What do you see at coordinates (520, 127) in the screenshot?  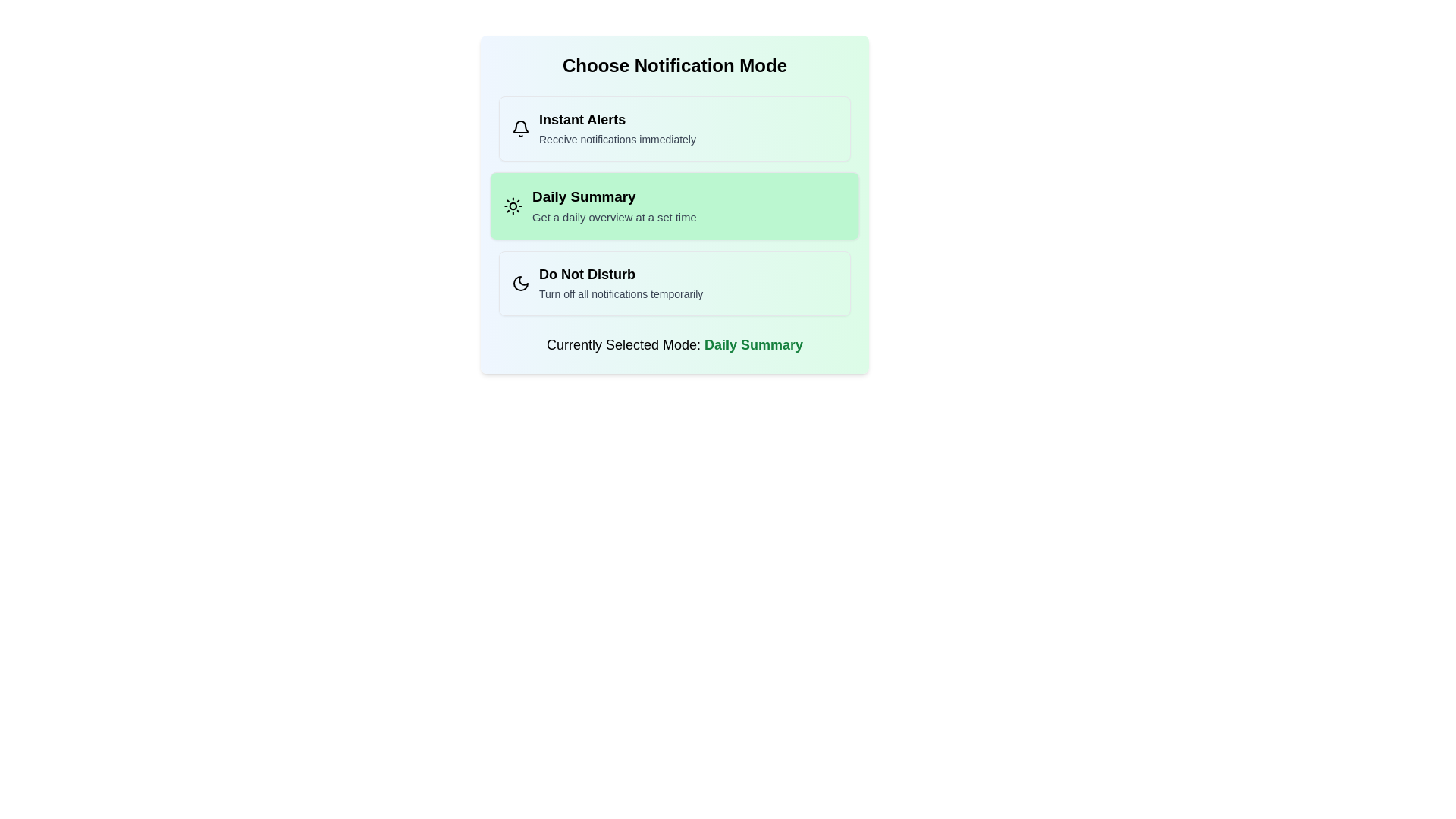 I see `the small black bell icon representing notifications, located on the left edge of the Instant Alerts section` at bounding box center [520, 127].